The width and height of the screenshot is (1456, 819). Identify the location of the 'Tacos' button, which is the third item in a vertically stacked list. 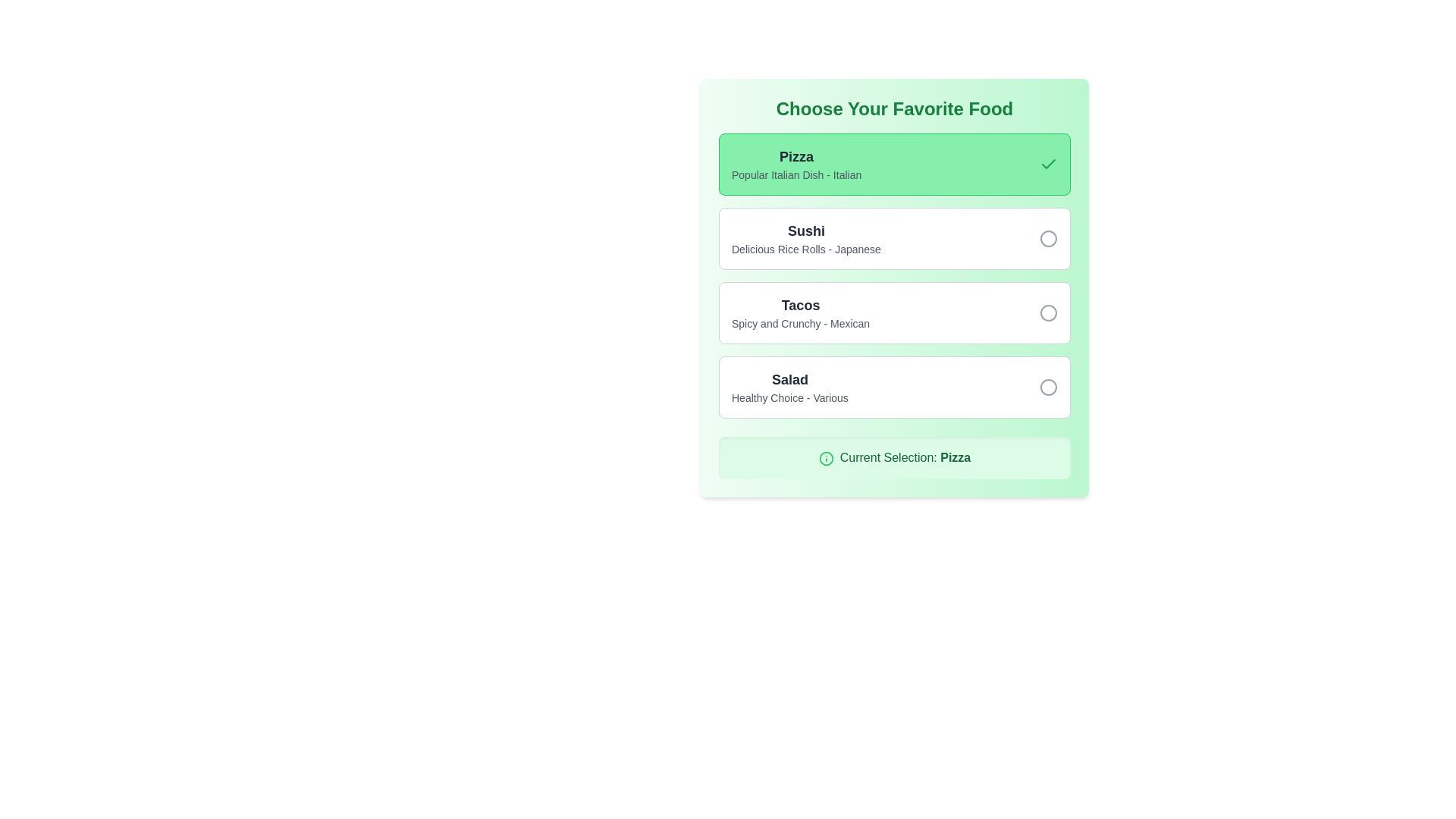
(895, 312).